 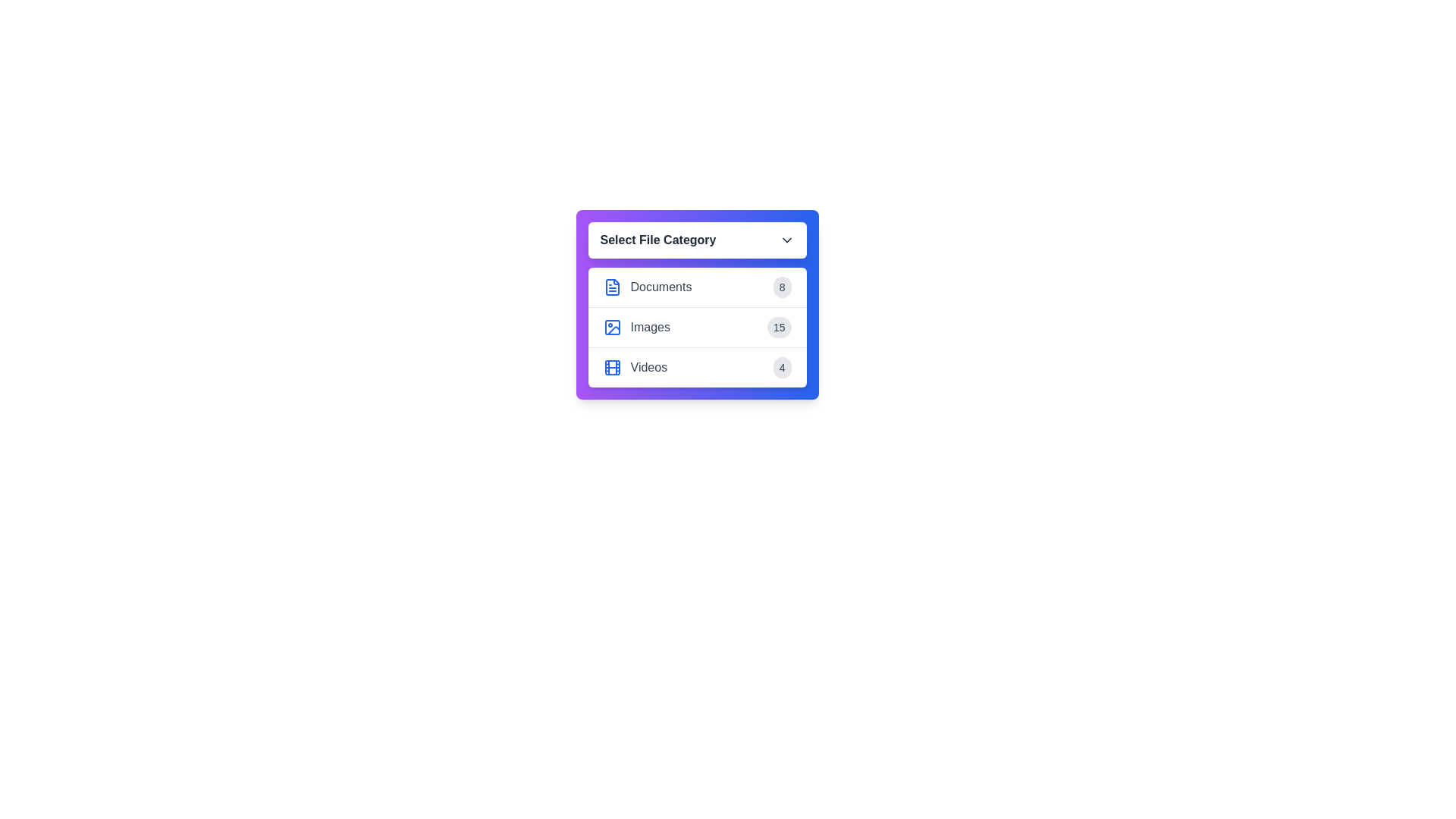 I want to click on the icon with a blue outline resembling a picture frame, located in the 'Images' category row of the dropdown menu, to the left of the text 'Images', so click(x=612, y=327).